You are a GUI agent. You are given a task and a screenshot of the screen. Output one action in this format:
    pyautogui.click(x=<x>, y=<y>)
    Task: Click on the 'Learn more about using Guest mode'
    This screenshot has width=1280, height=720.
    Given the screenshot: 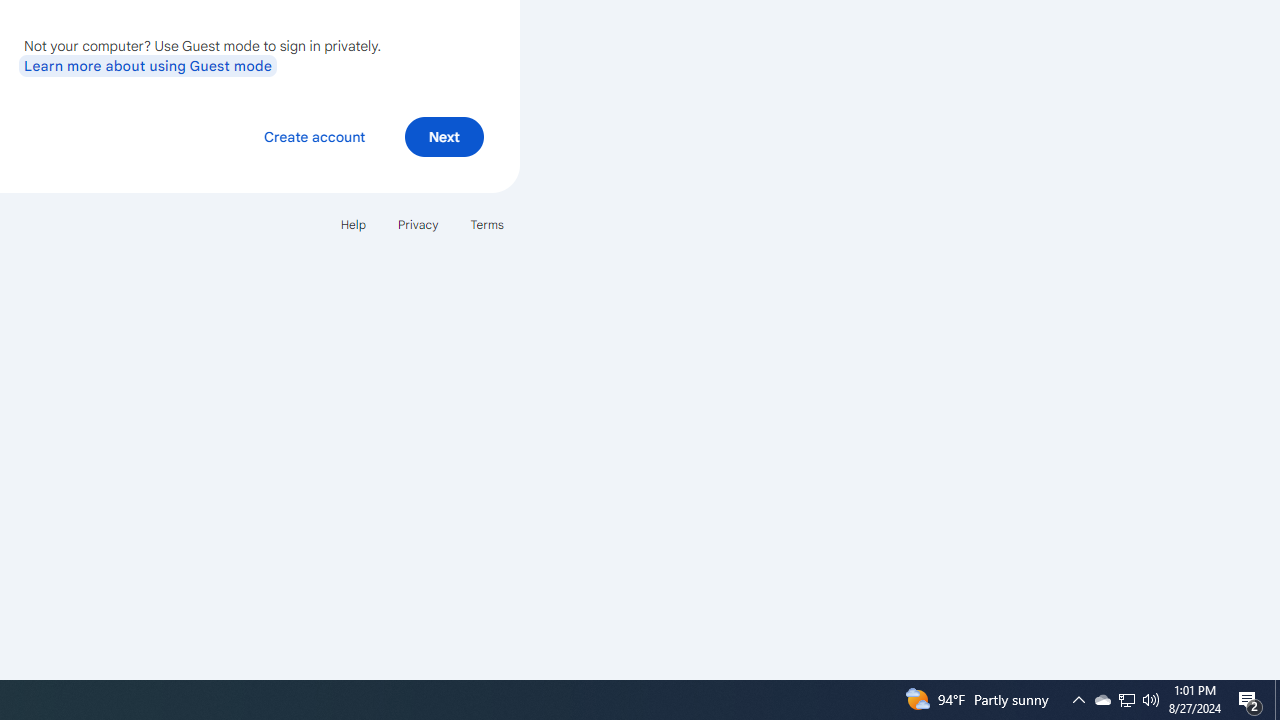 What is the action you would take?
    pyautogui.click(x=147, y=64)
    